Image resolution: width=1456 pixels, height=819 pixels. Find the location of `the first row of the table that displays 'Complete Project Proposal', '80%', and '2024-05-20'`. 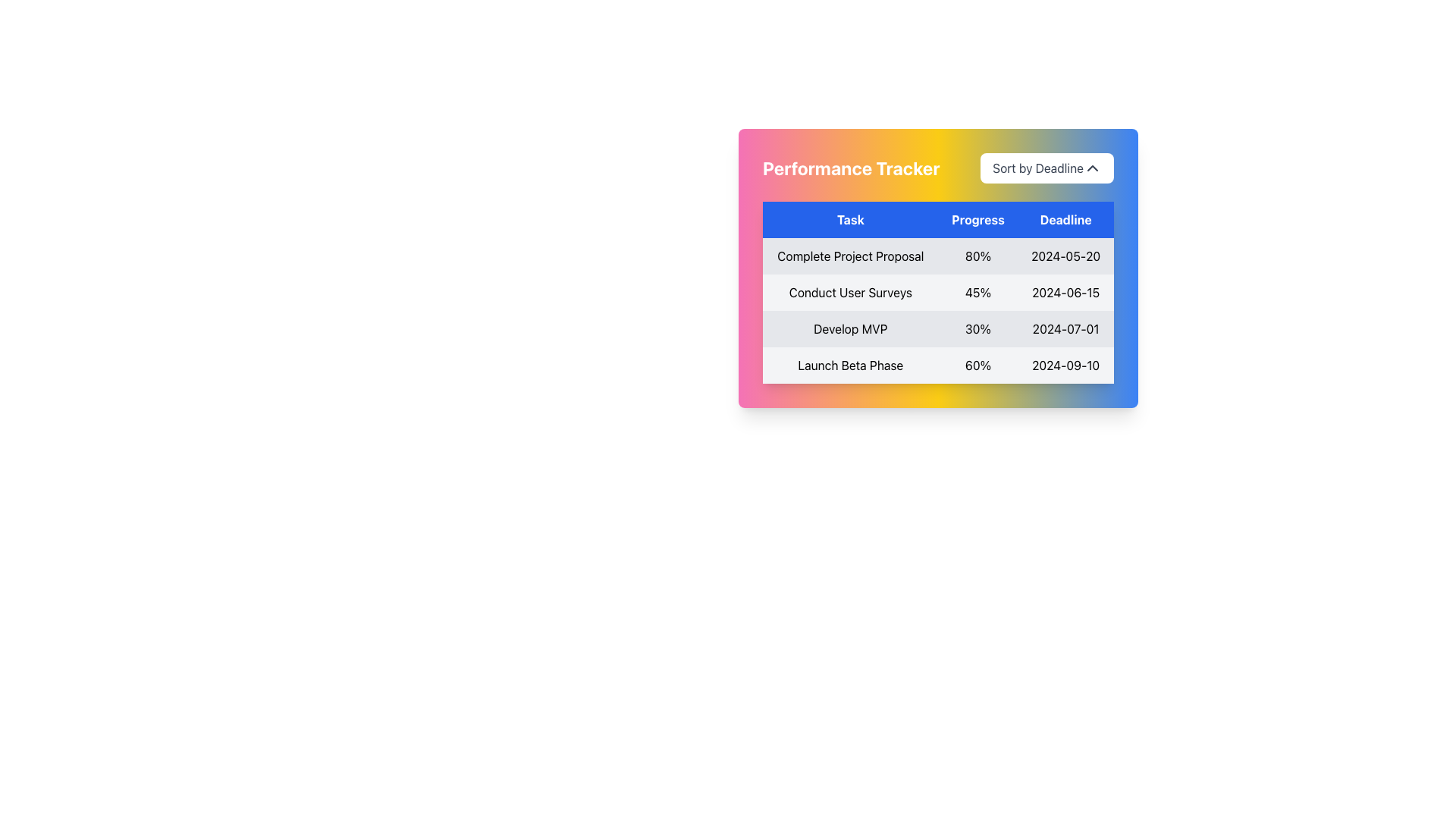

the first row of the table that displays 'Complete Project Proposal', '80%', and '2024-05-20' is located at coordinates (937, 256).